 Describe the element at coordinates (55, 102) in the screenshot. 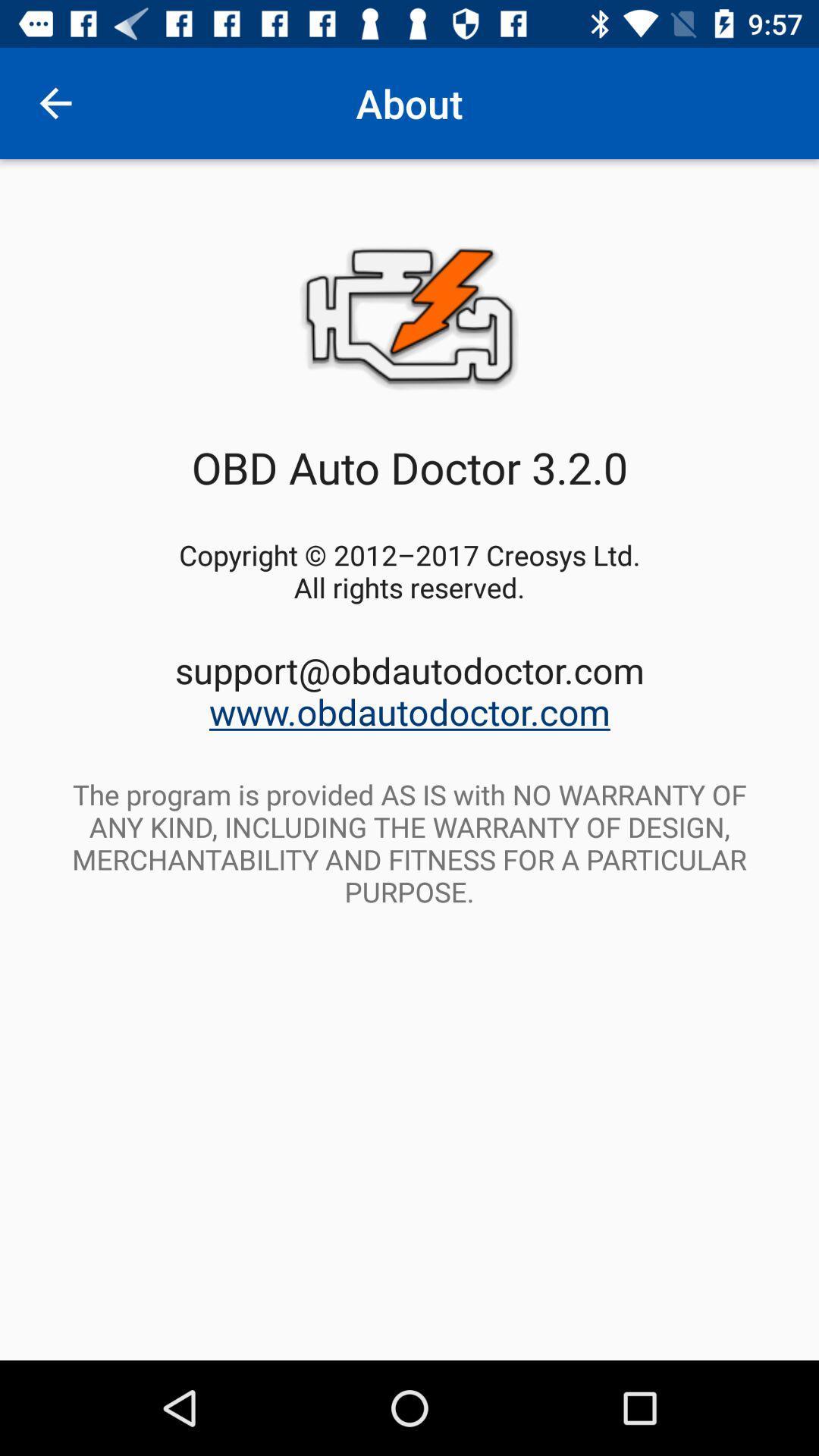

I see `the icon next to the about icon` at that location.